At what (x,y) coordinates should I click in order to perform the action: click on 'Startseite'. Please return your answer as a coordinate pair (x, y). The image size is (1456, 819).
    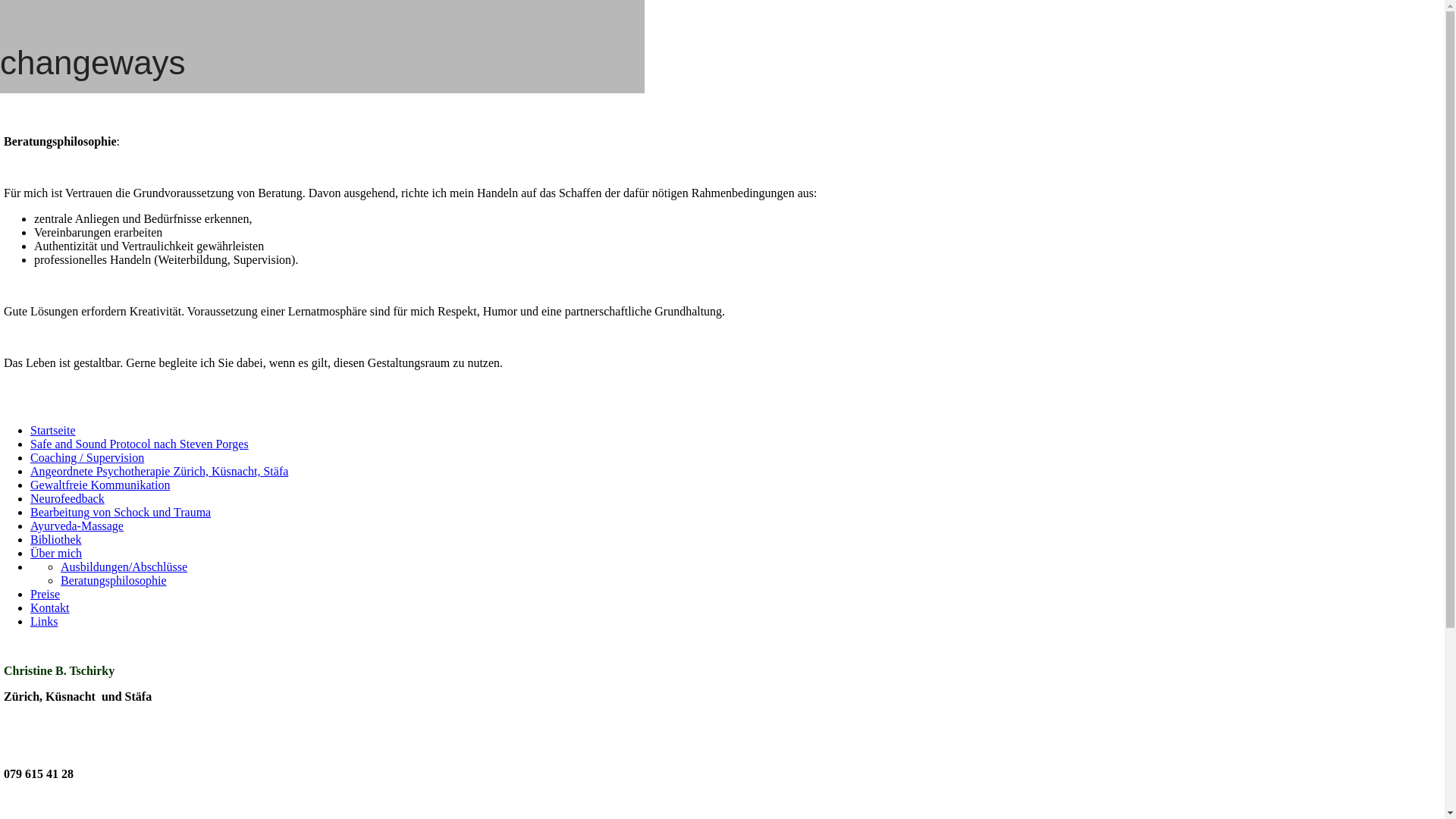
    Looking at the image, I should click on (53, 430).